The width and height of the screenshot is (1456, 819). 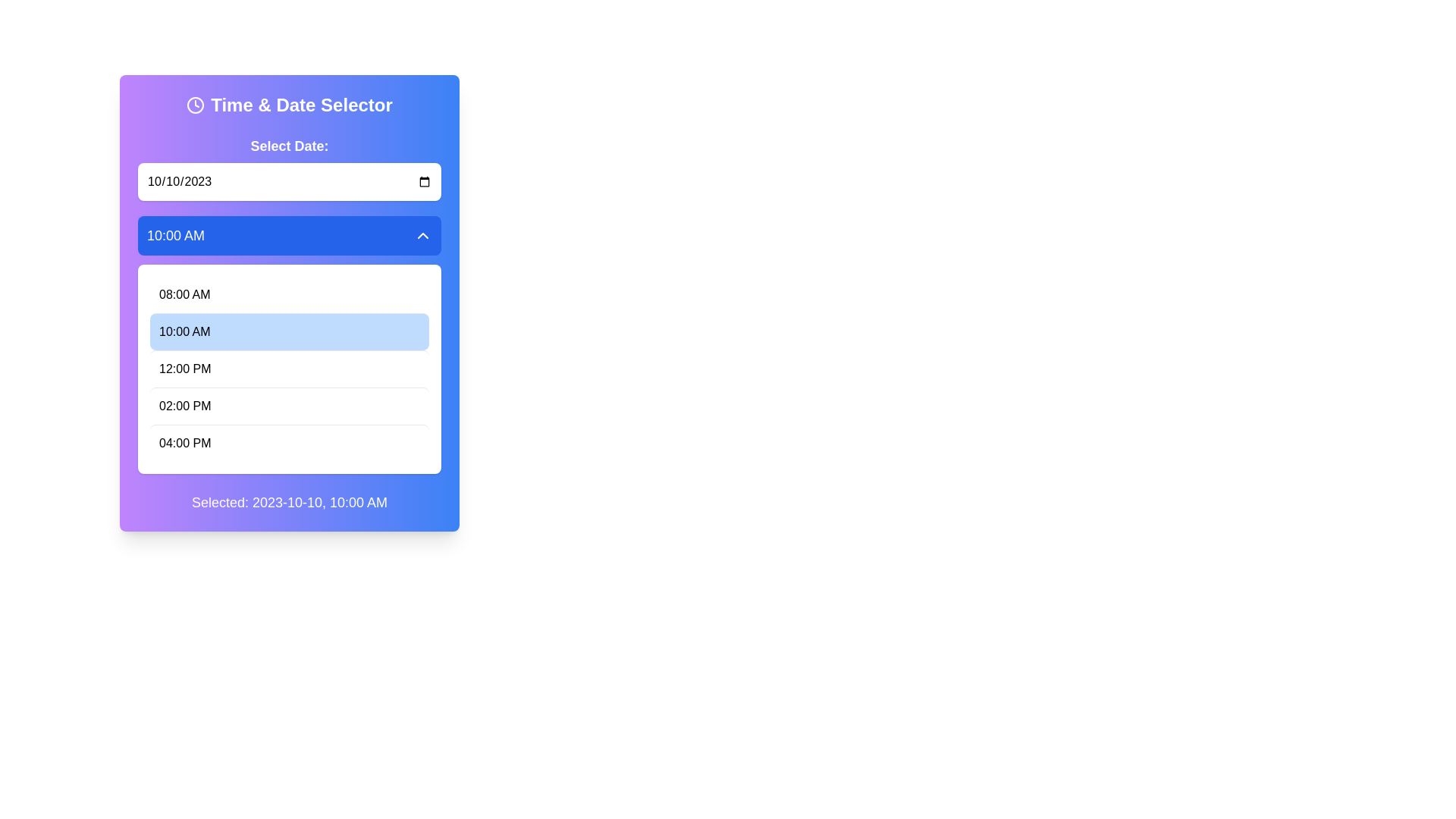 I want to click on the selectable list item displaying '12:00 PM', which is the third option in the list of time options, so click(x=290, y=369).